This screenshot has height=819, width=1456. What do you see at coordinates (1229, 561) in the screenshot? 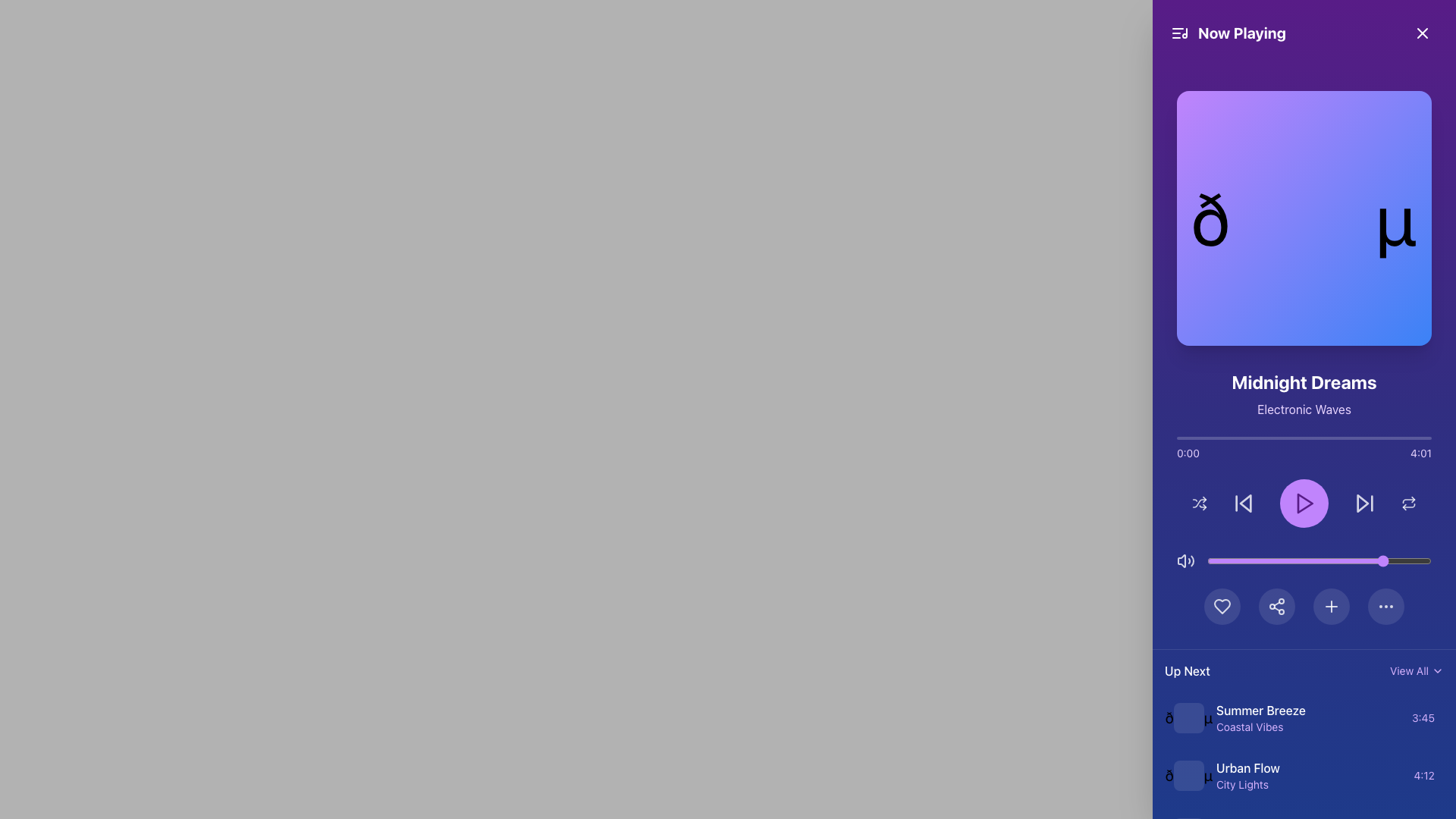
I see `slider value` at bounding box center [1229, 561].